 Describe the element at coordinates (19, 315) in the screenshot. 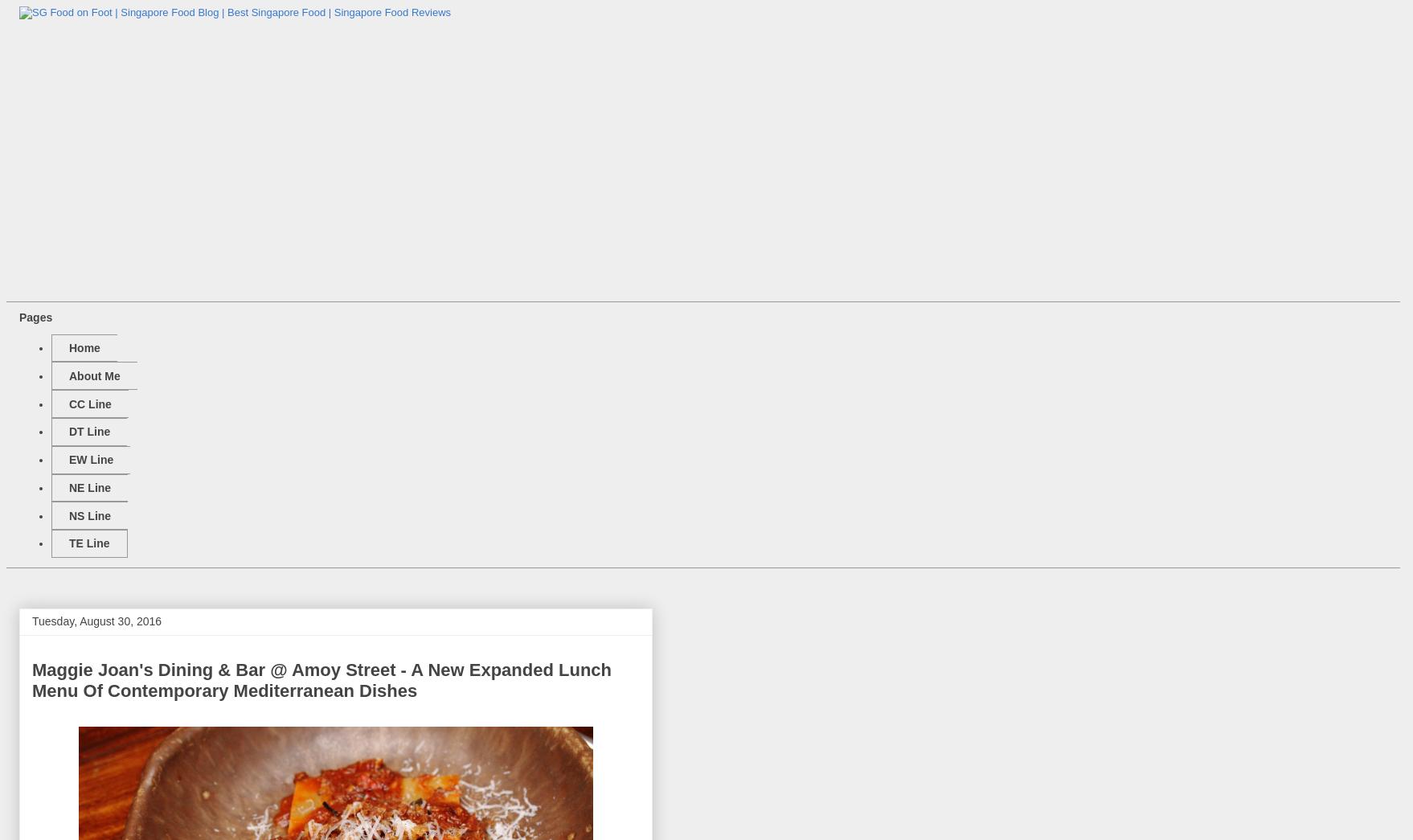

I see `'Pages'` at that location.